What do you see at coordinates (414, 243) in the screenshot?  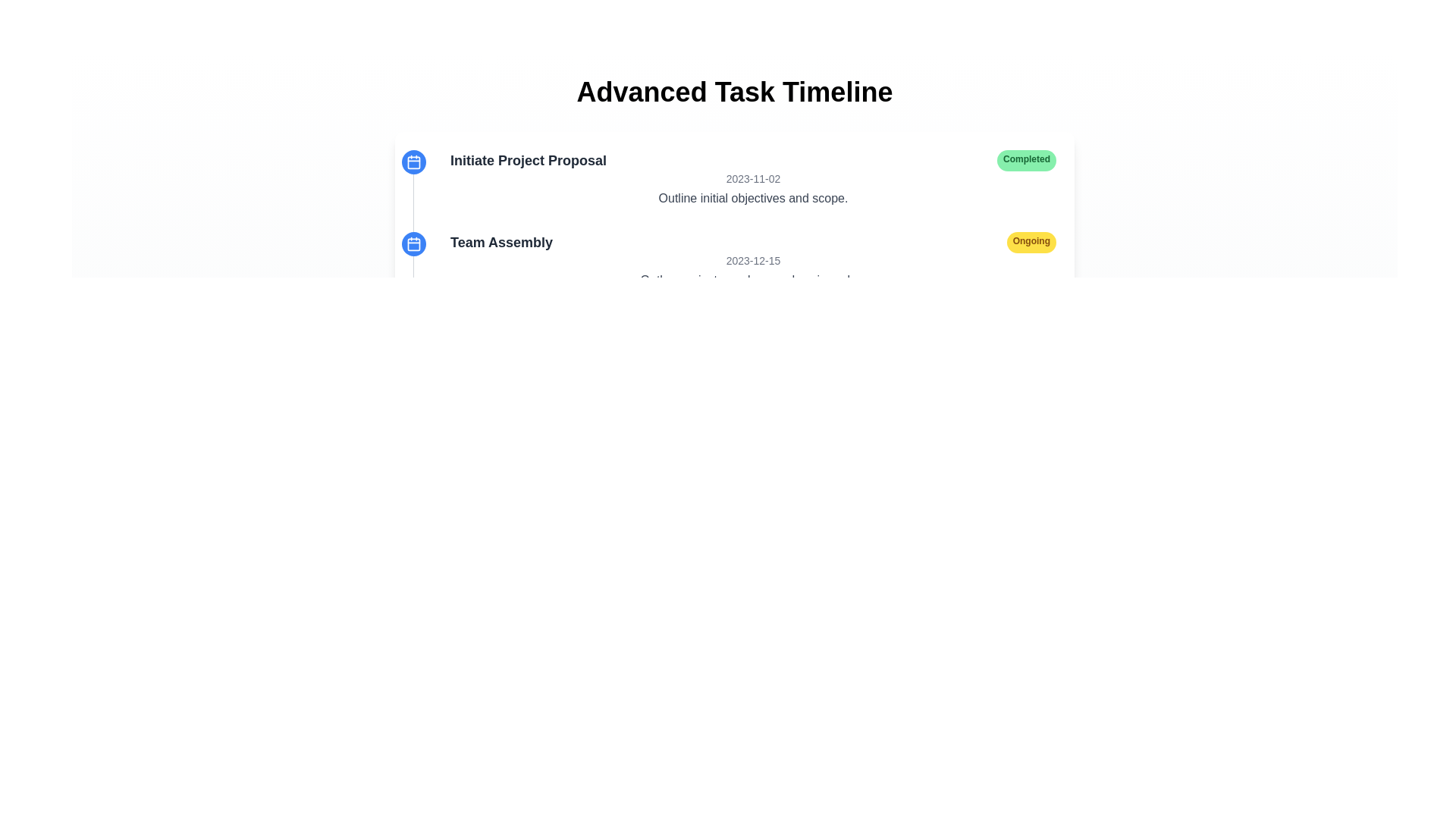 I see `the blue calendar icon inside the circular button located to the left of the 'Team Assembly' text` at bounding box center [414, 243].